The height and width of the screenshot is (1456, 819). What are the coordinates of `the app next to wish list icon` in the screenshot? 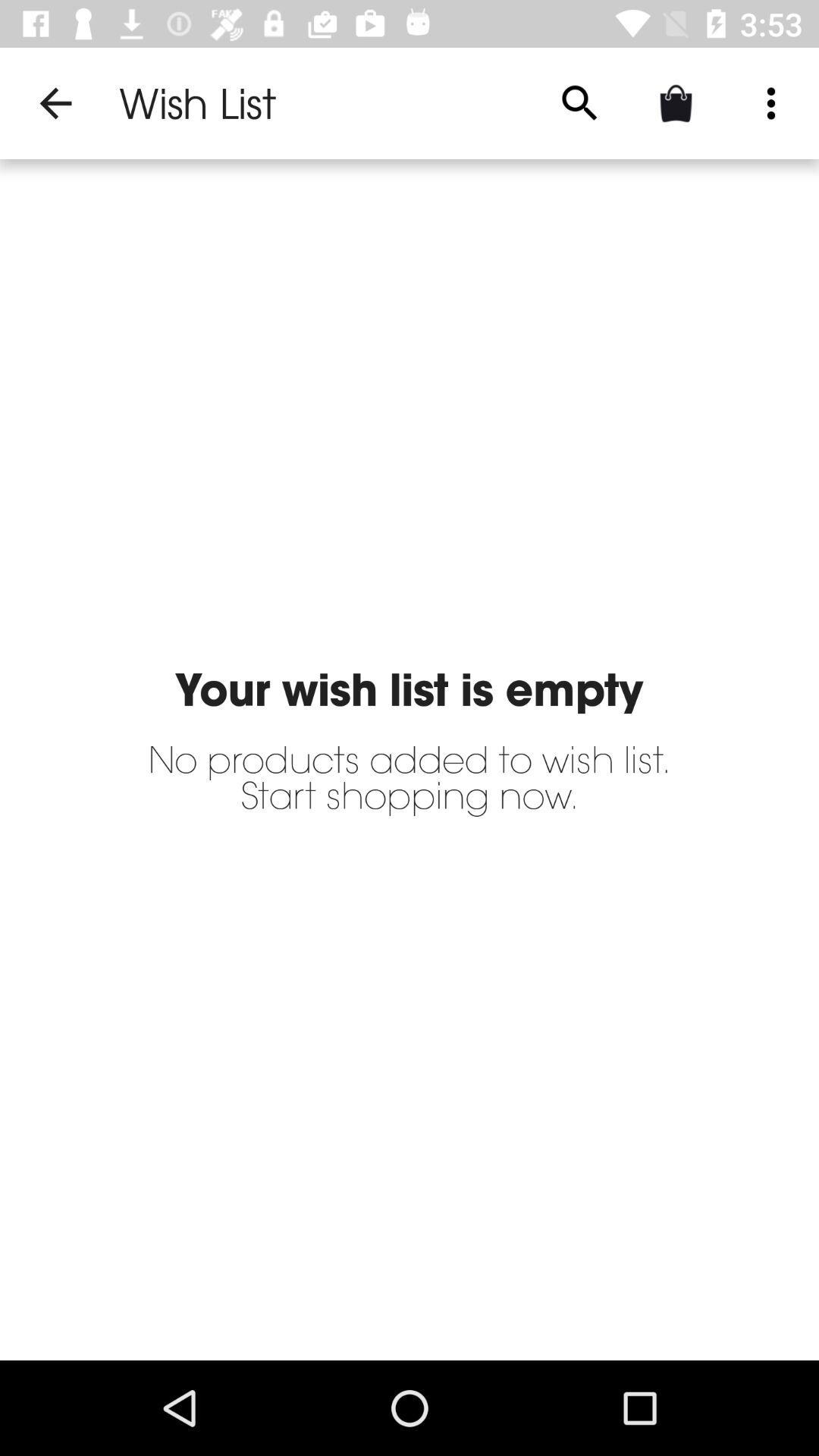 It's located at (55, 102).